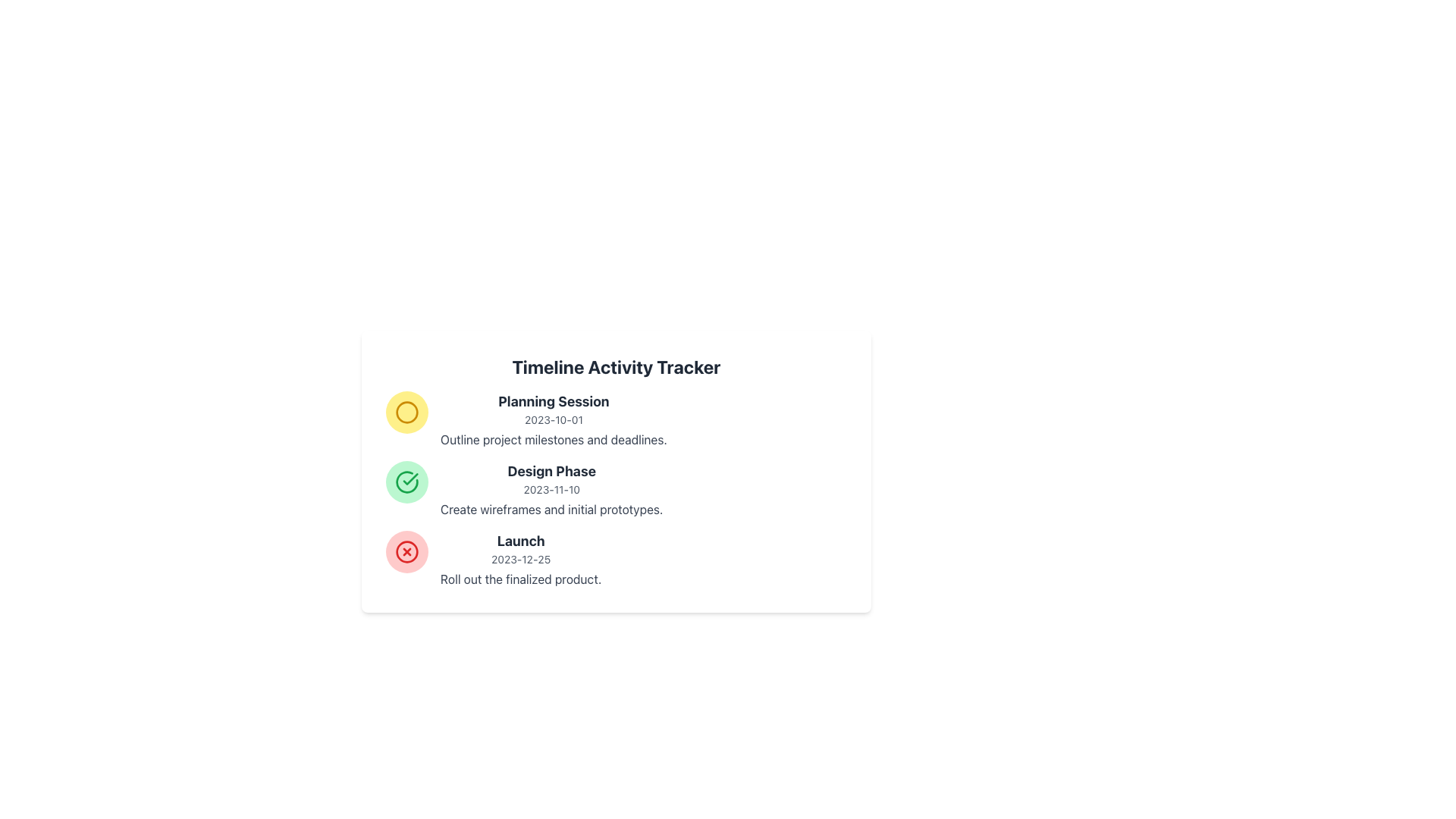 The image size is (1456, 819). Describe the element at coordinates (407, 482) in the screenshot. I see `the visual indicator icon for the 'Design Phase' timeline entry` at that location.